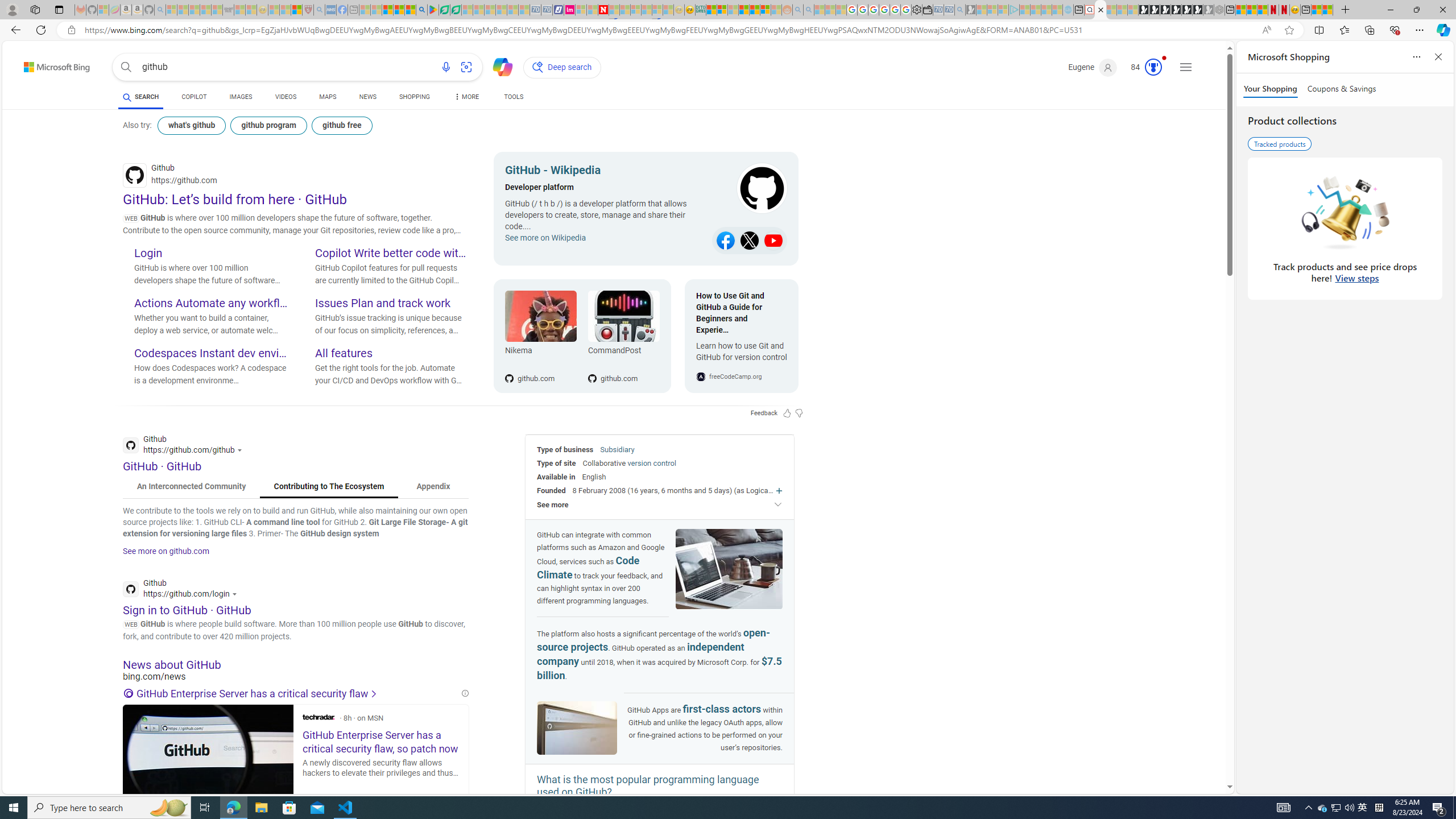  I want to click on 'Class: b_wdblk', so click(751, 189).